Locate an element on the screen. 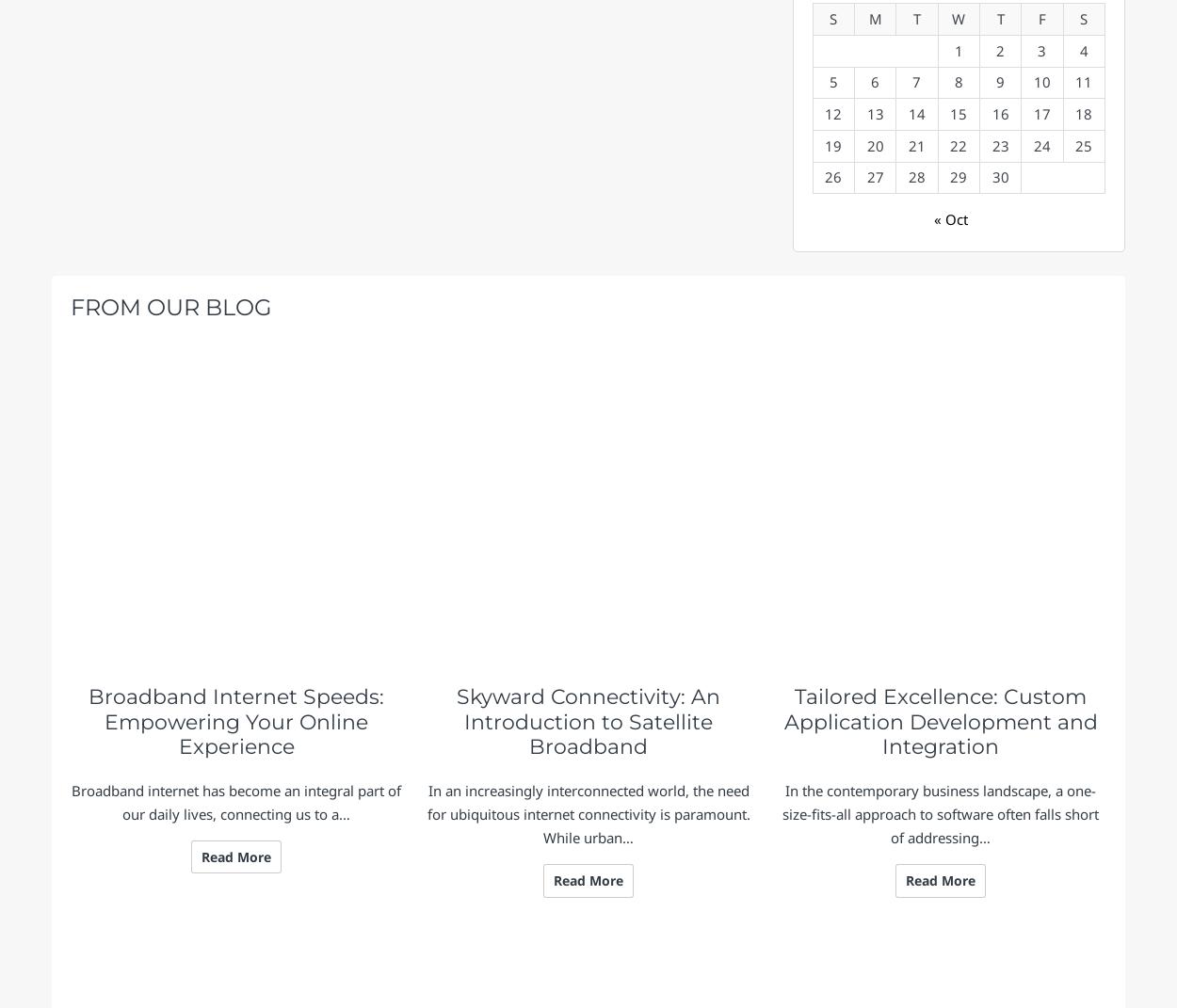  '16' is located at coordinates (1000, 114).